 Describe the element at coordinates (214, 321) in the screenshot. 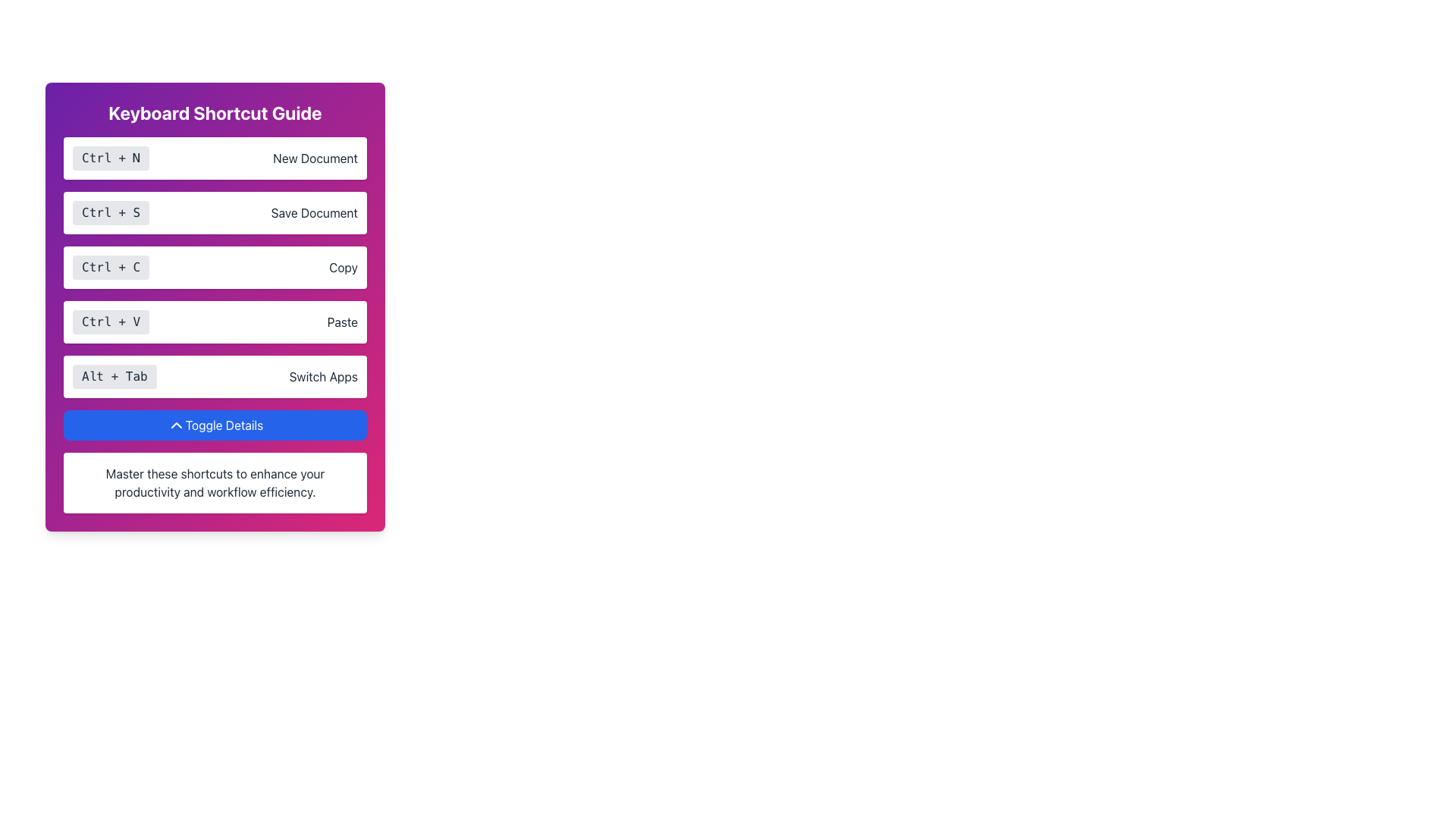

I see `the informational row that describes the 'Paste' functionality with the keyboard shortcut 'Ctrl + V', which is the fourth row in the 'Keyboard Shortcut Guide'` at that location.